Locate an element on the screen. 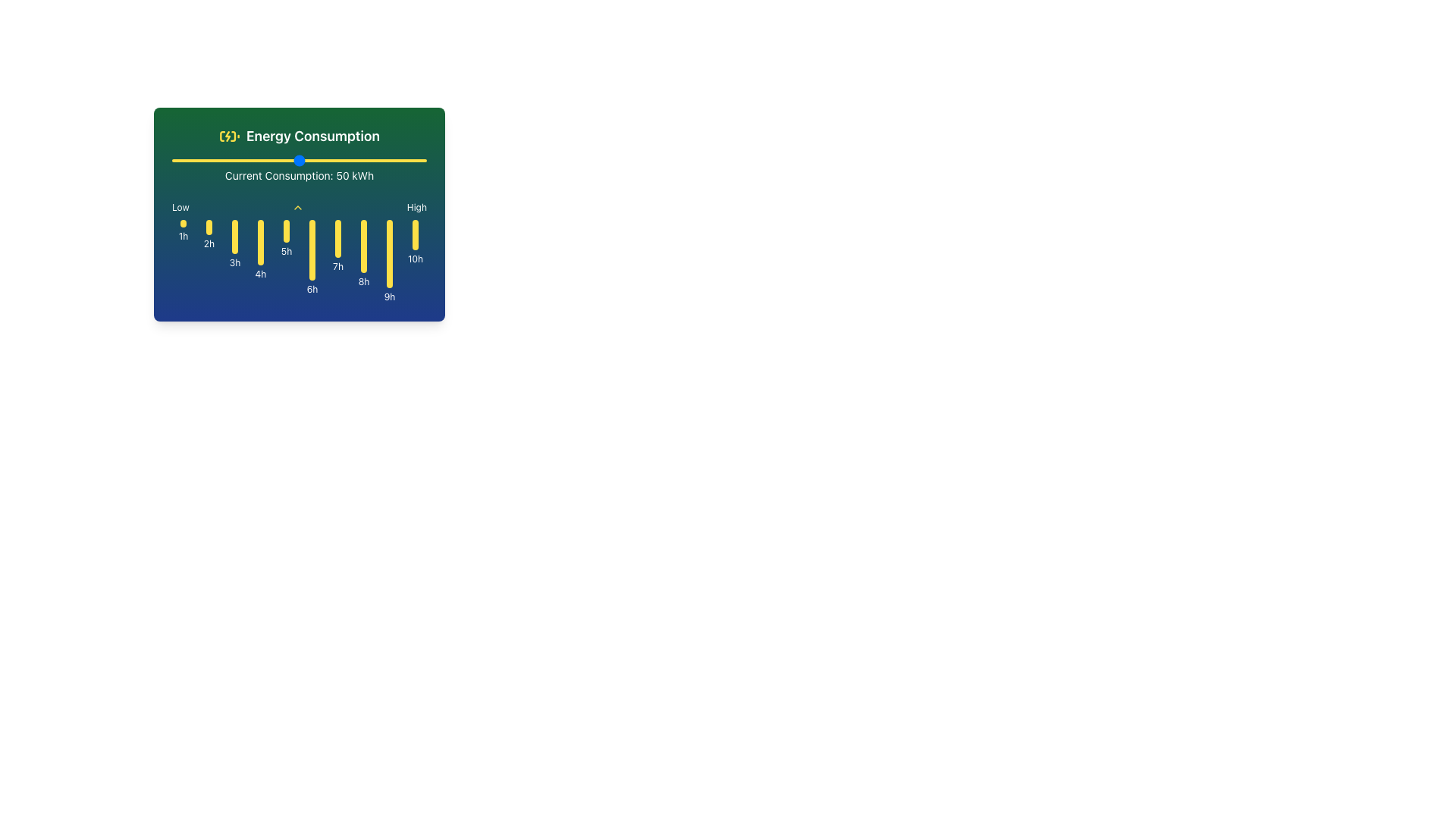  the visual indicator labeled '6h', which is the sixth bar in a row of ten vertical bars in the time series graph is located at coordinates (312, 260).